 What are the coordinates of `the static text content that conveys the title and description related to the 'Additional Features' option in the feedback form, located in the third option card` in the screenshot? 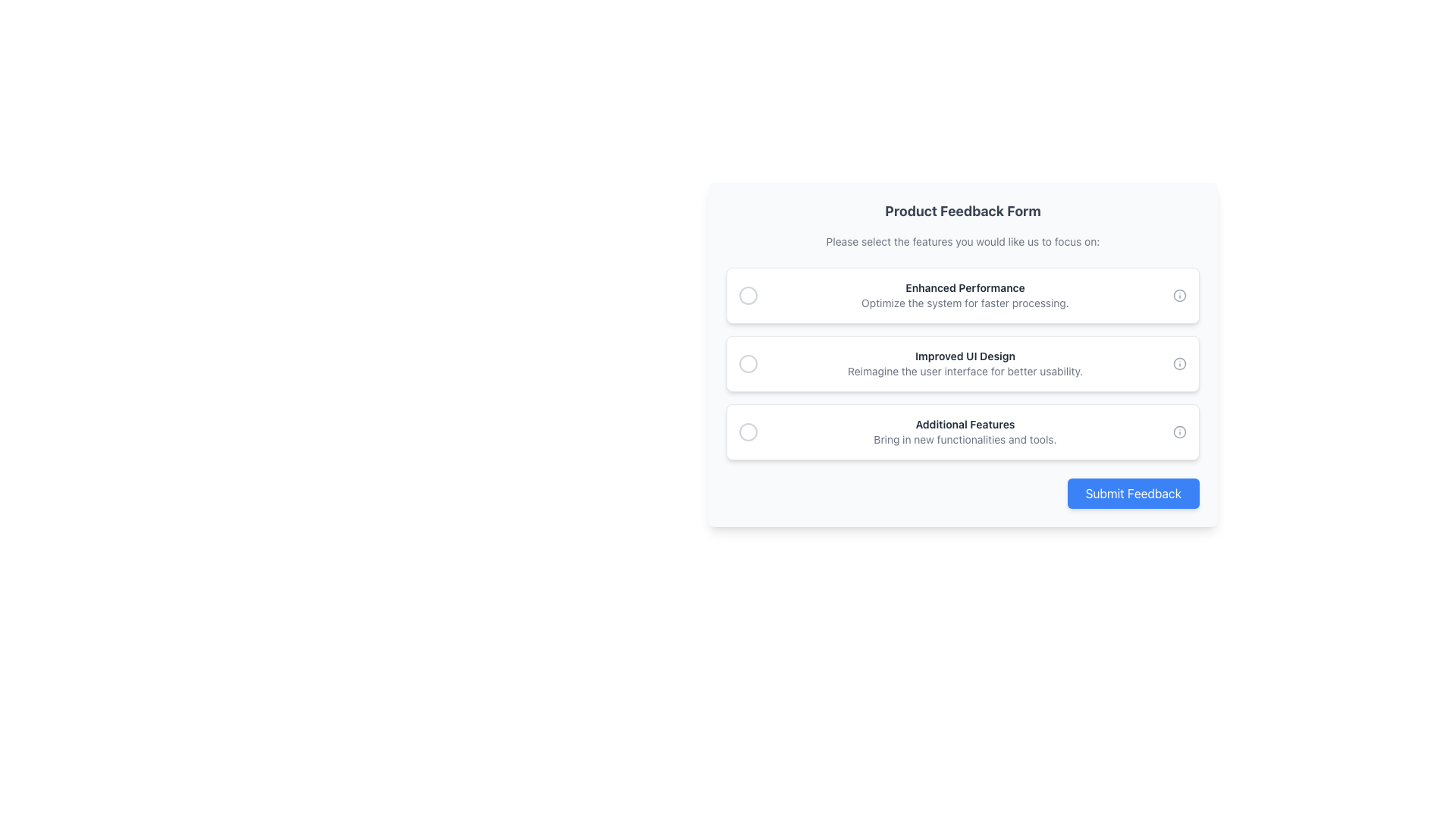 It's located at (964, 432).